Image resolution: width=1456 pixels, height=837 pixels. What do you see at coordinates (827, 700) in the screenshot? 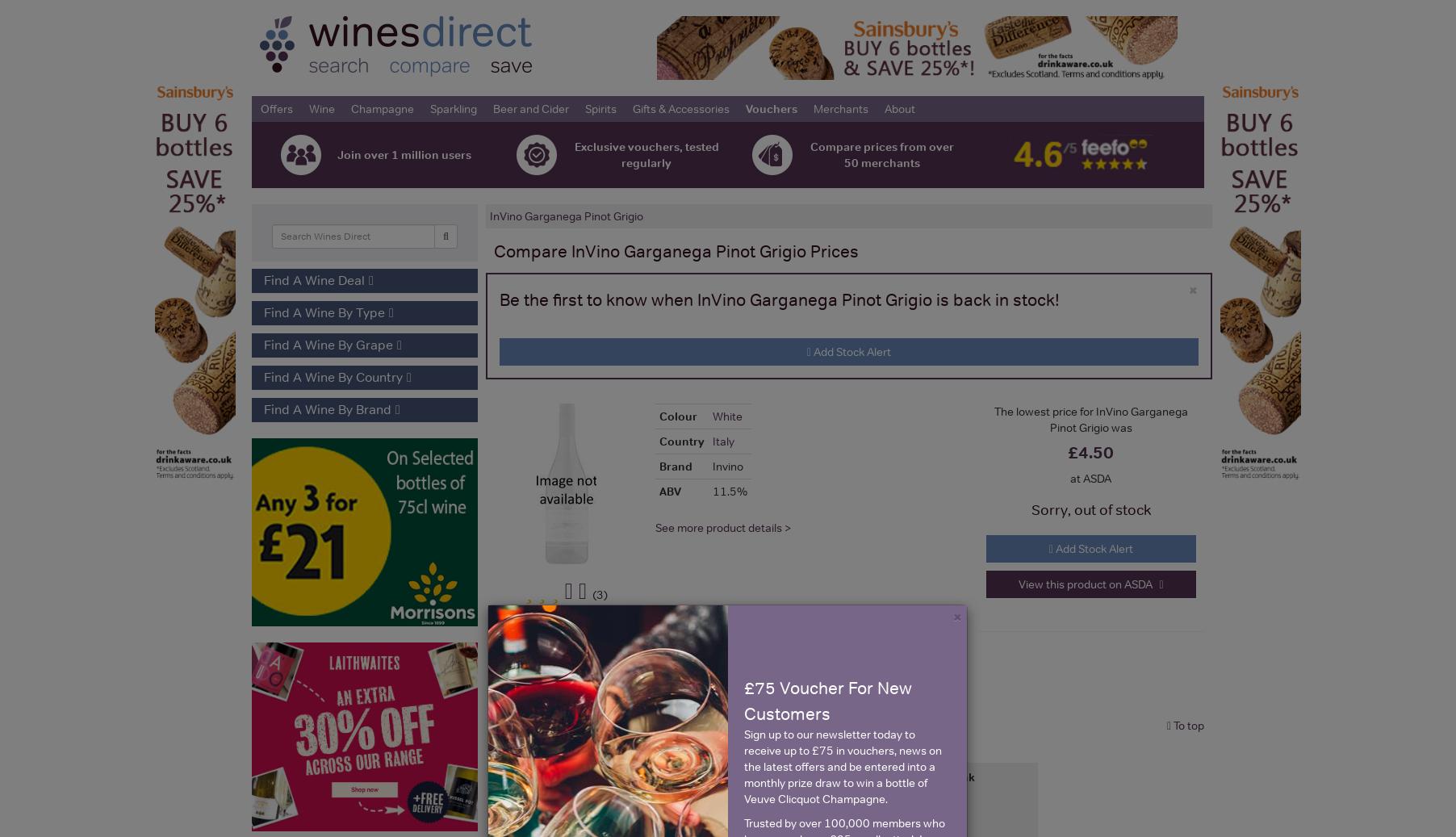
I see `'£75 Voucher For New Customers'` at bounding box center [827, 700].